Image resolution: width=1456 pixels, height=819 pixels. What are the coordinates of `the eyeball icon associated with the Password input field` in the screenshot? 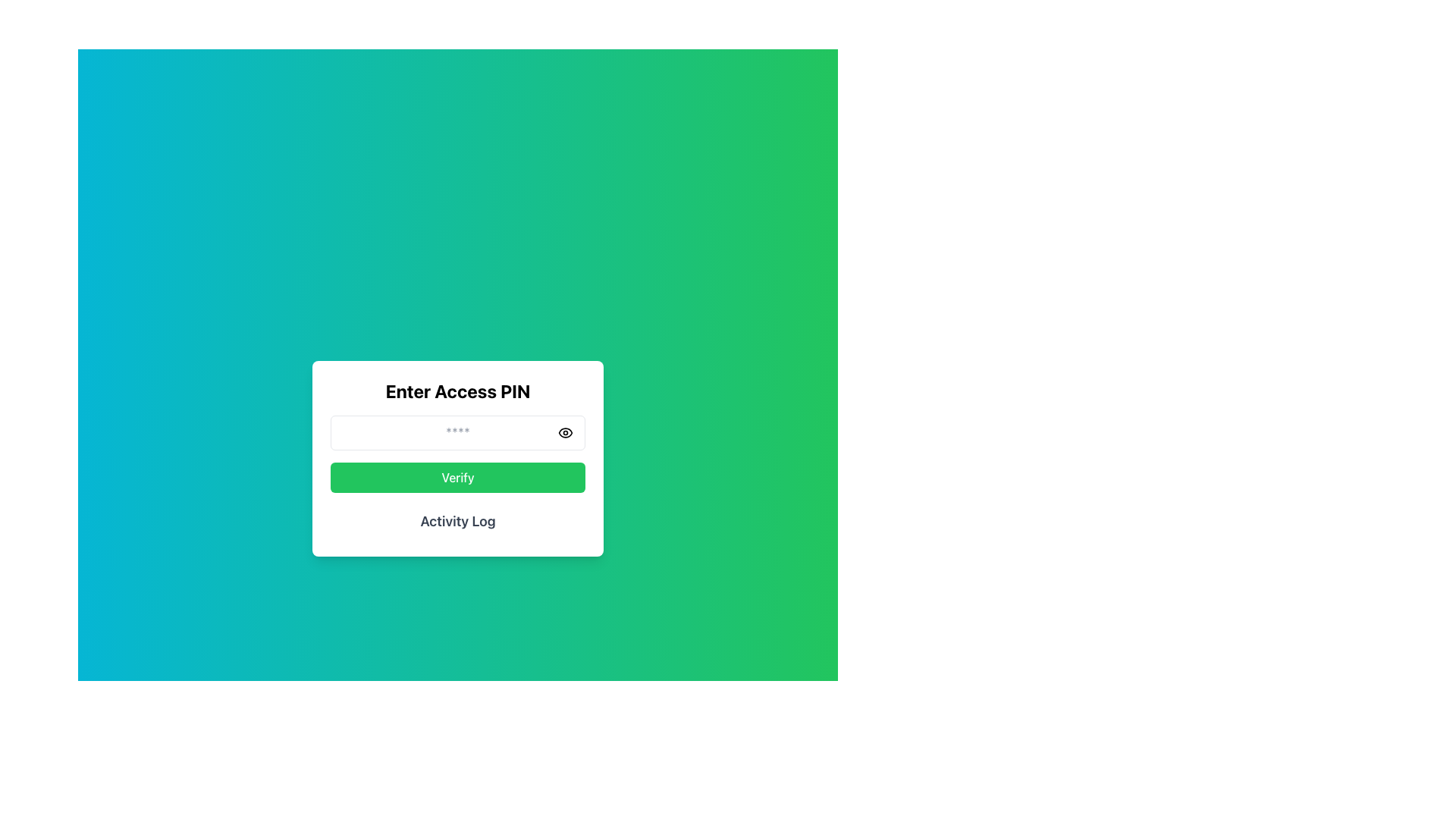 It's located at (457, 432).